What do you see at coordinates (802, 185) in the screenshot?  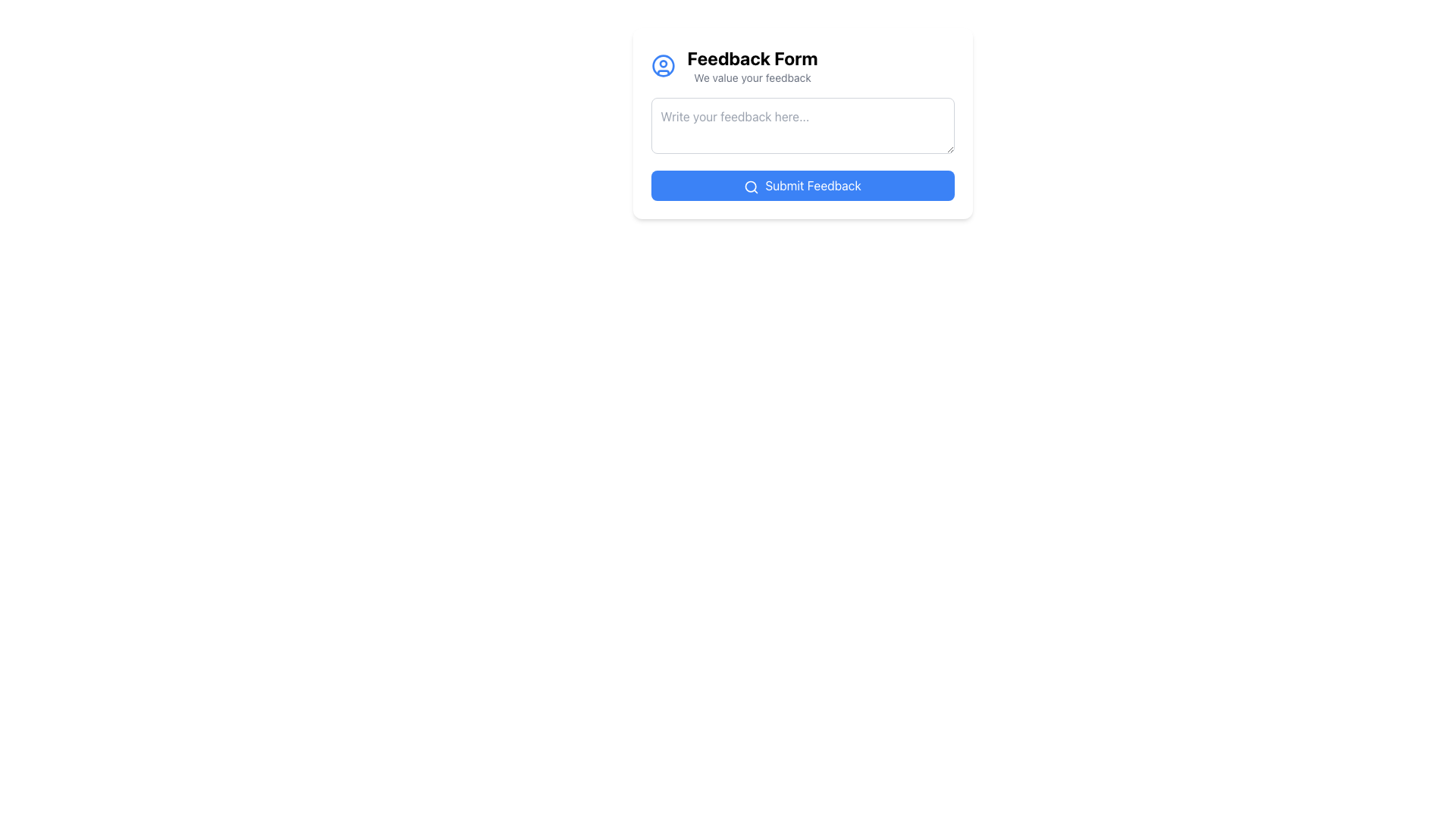 I see `the rectangular blue button labeled 'Submit Feedback'` at bounding box center [802, 185].